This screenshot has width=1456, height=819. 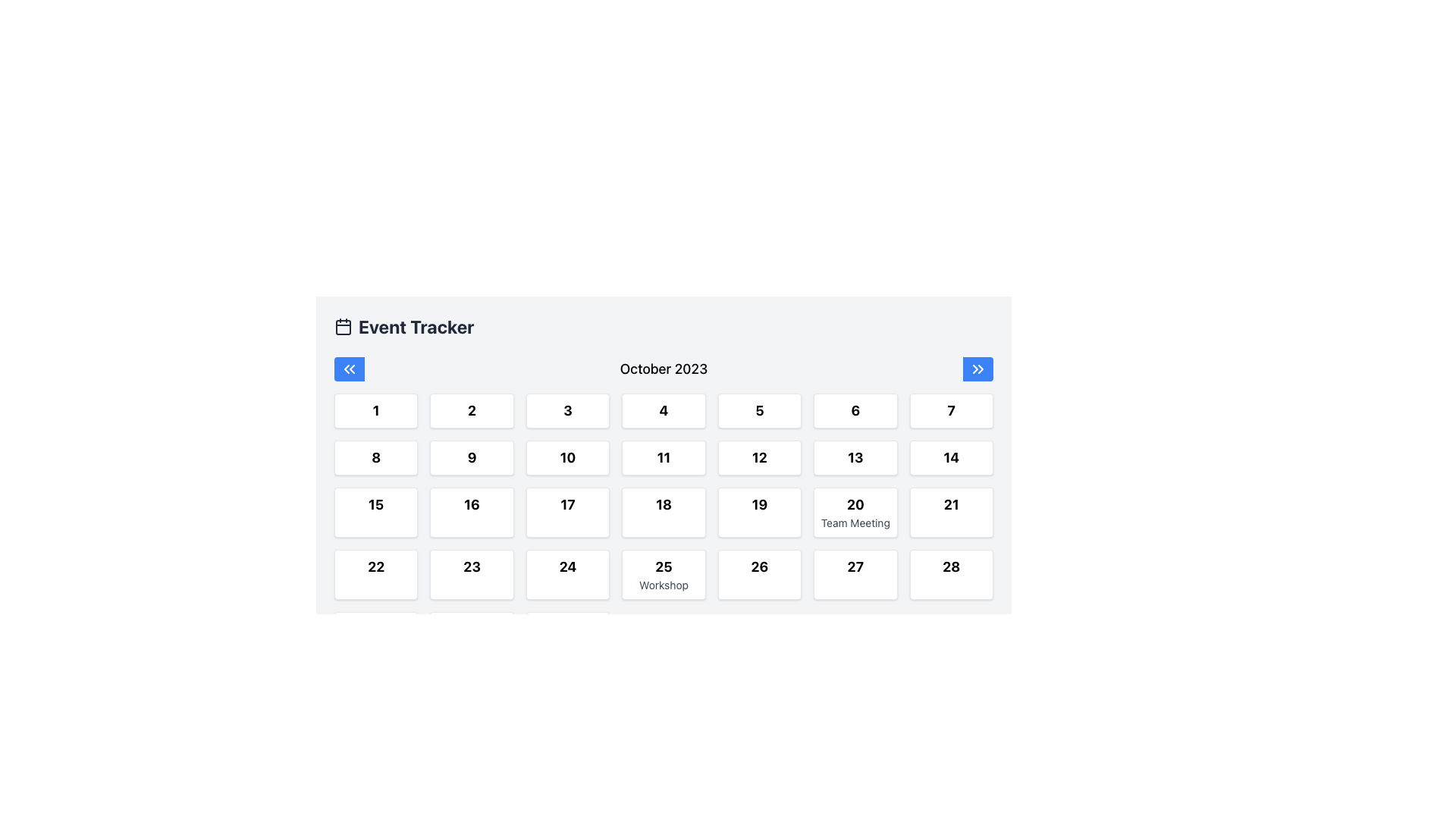 What do you see at coordinates (342, 327) in the screenshot?
I see `the rectangular SVG element that represents a calendar, located to the left of the 'Event Tracker' label` at bounding box center [342, 327].